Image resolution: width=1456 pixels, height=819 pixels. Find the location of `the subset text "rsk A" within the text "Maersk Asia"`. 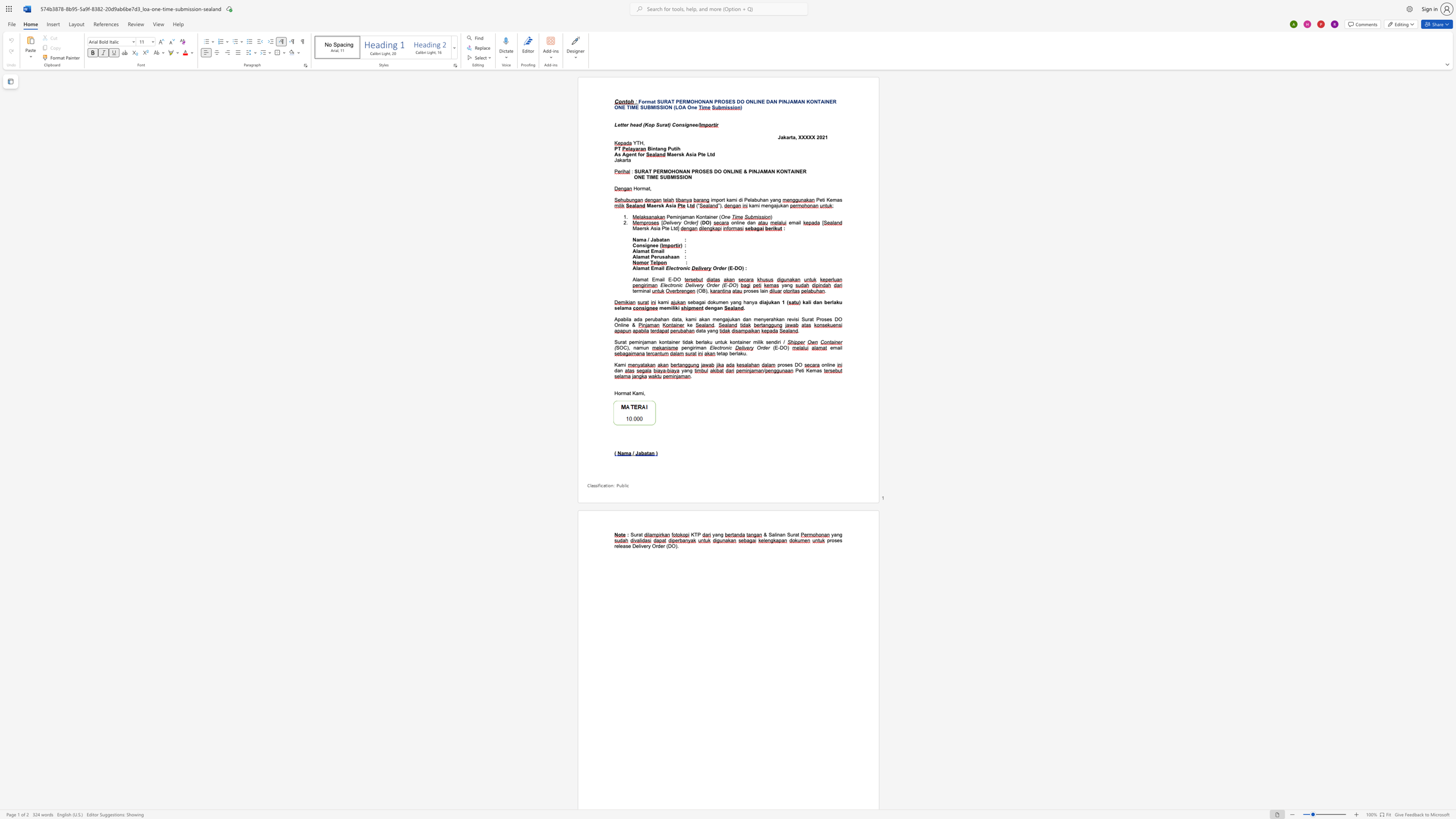

the subset text "rsk A" within the text "Maersk Asia" is located at coordinates (656, 205).